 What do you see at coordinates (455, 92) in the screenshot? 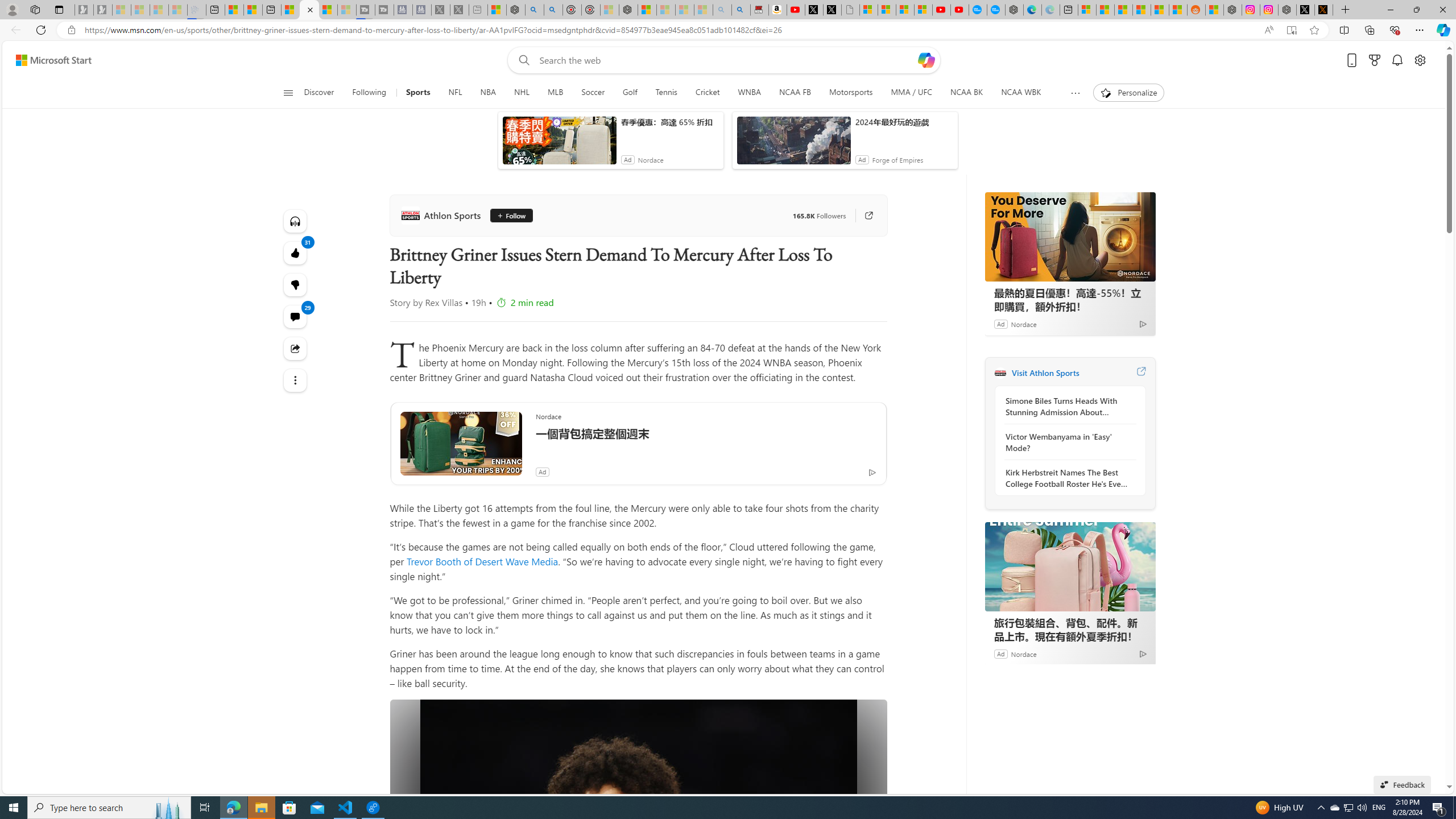
I see `'NFL'` at bounding box center [455, 92].